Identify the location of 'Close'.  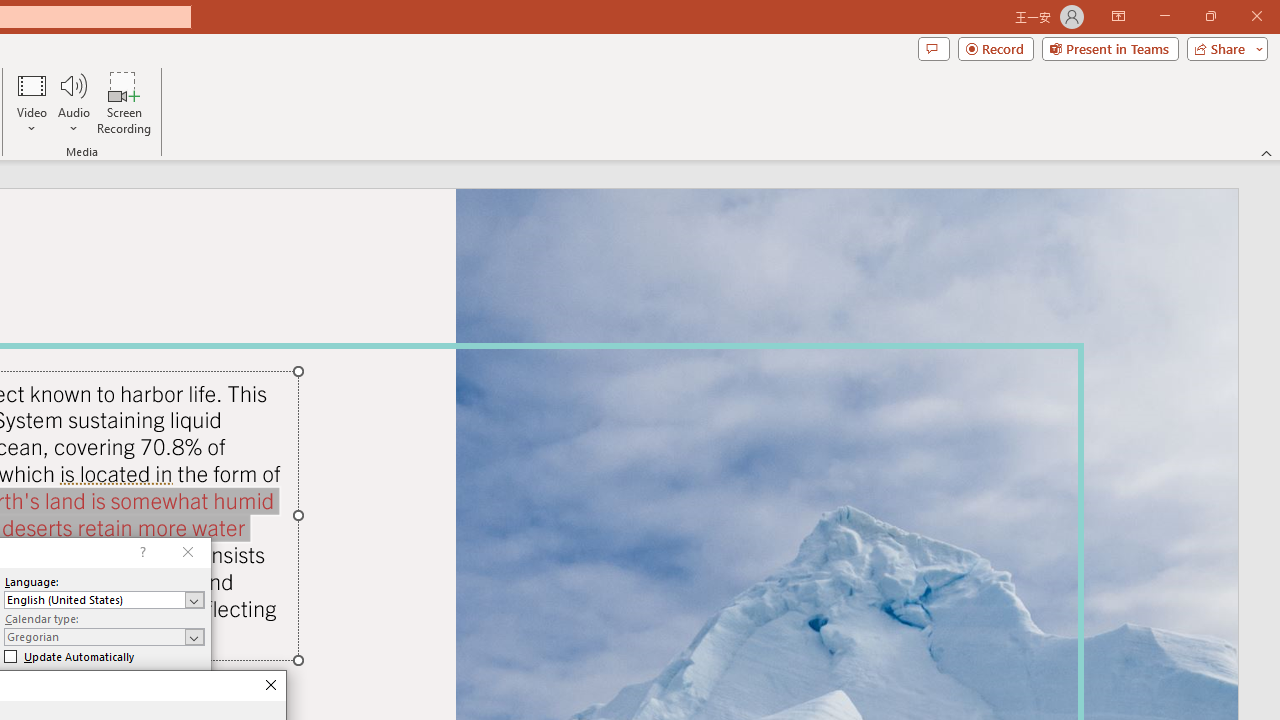
(269, 685).